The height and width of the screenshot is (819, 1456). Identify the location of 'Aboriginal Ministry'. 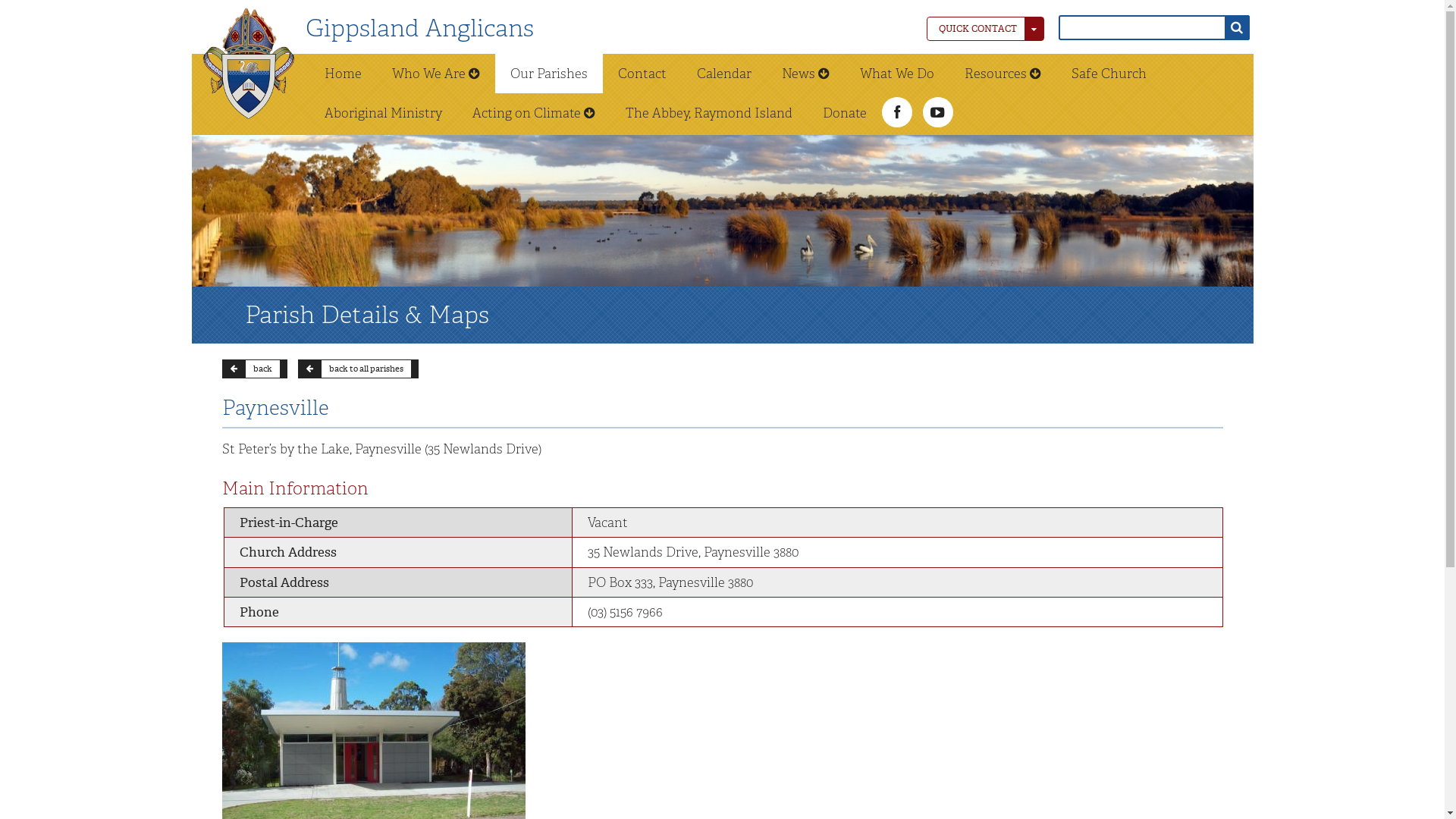
(383, 112).